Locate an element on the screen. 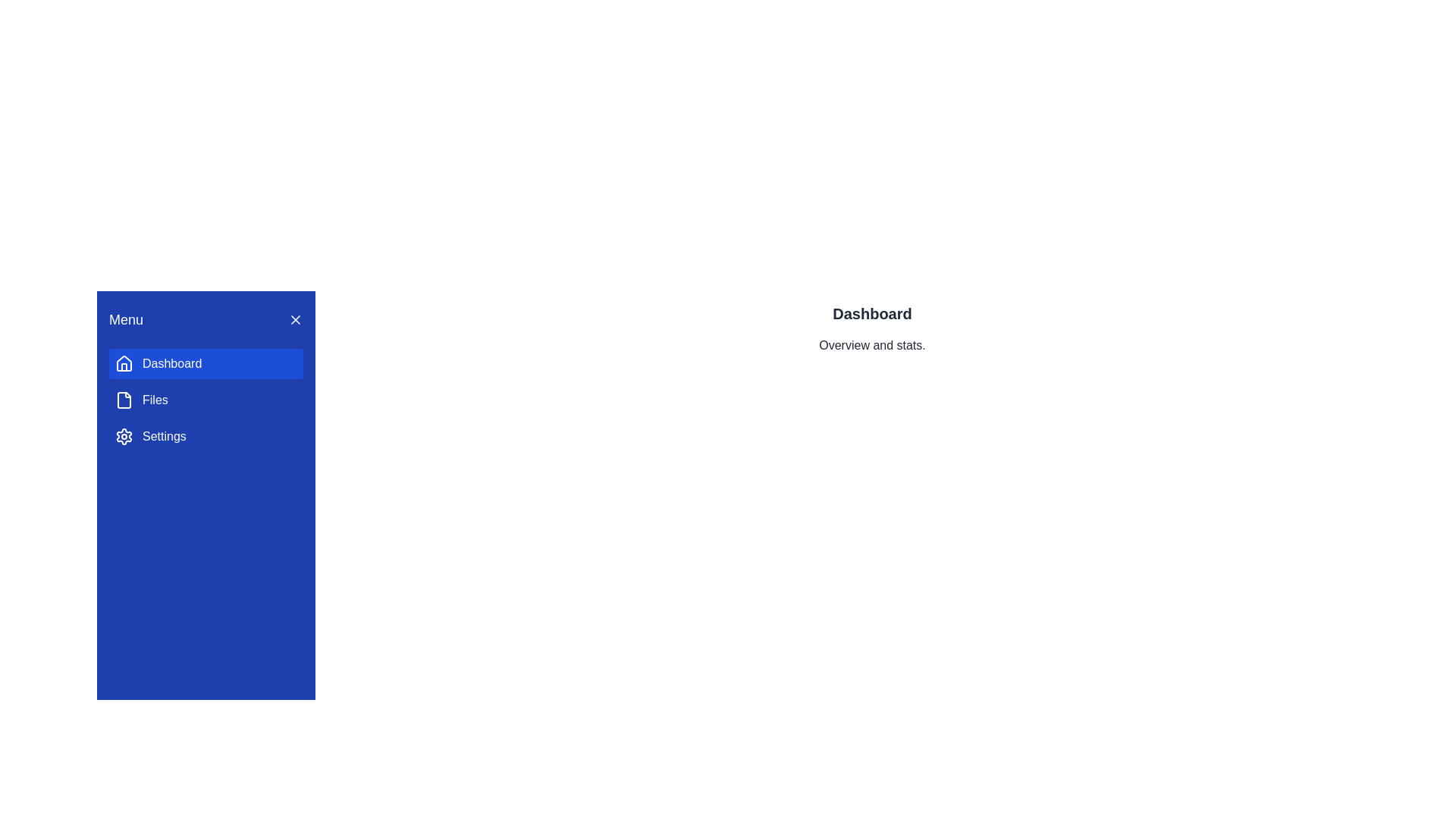  the Settings tab by clicking on its label is located at coordinates (206, 436).